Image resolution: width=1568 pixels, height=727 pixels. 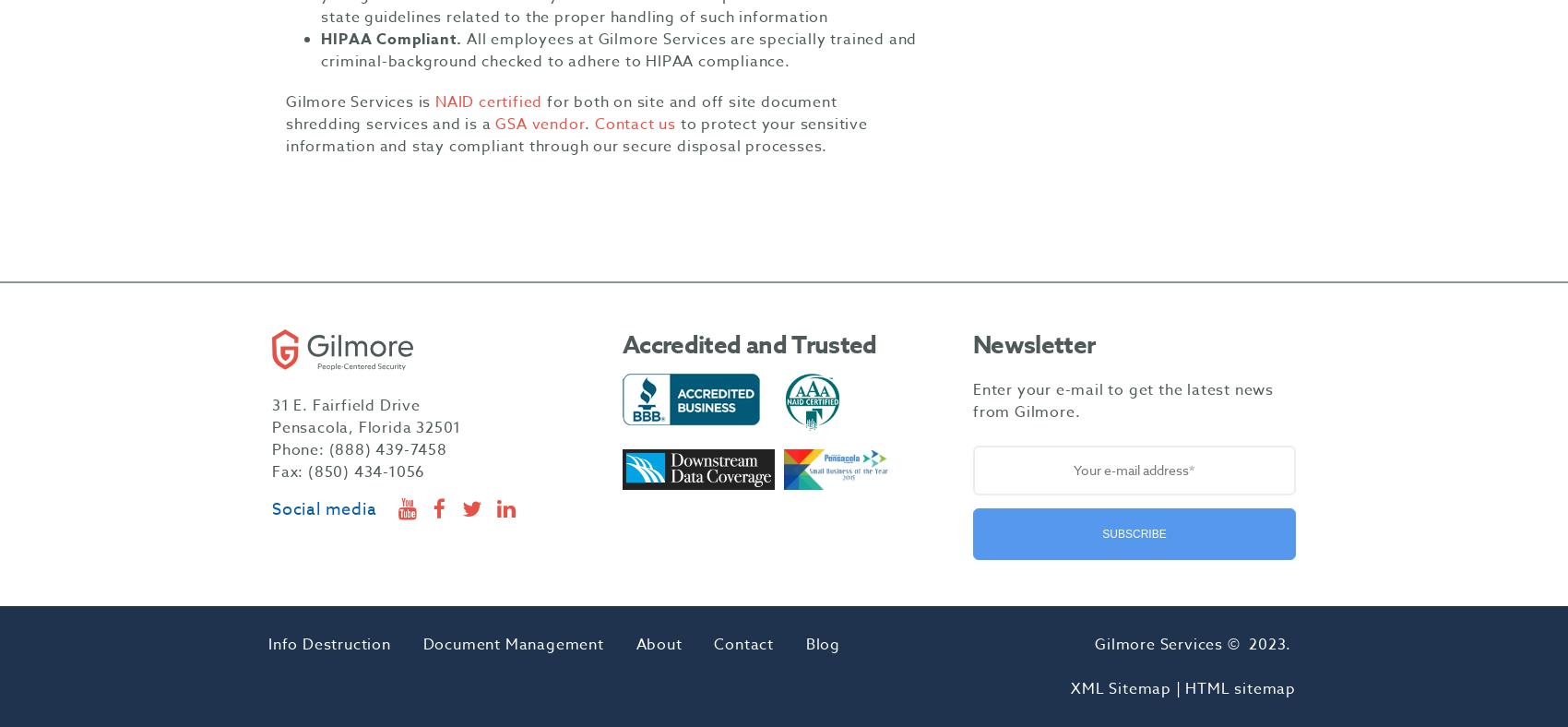 What do you see at coordinates (971, 399) in the screenshot?
I see `'Enter your e-mail to get the latest news from Gilmore.'` at bounding box center [971, 399].